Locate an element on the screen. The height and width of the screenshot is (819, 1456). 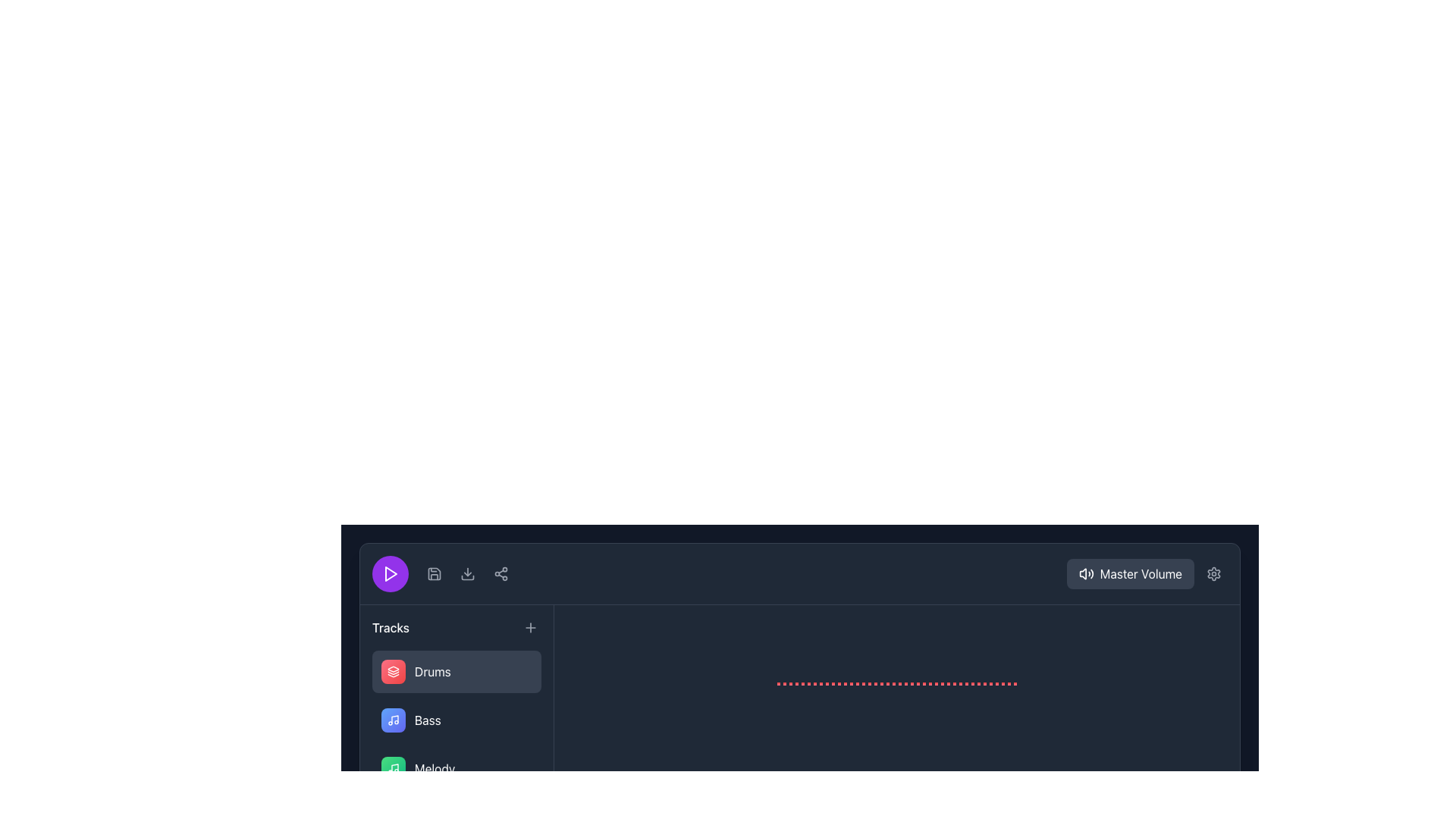
the 'Drums' list item in the 'Tracks' section is located at coordinates (416, 671).